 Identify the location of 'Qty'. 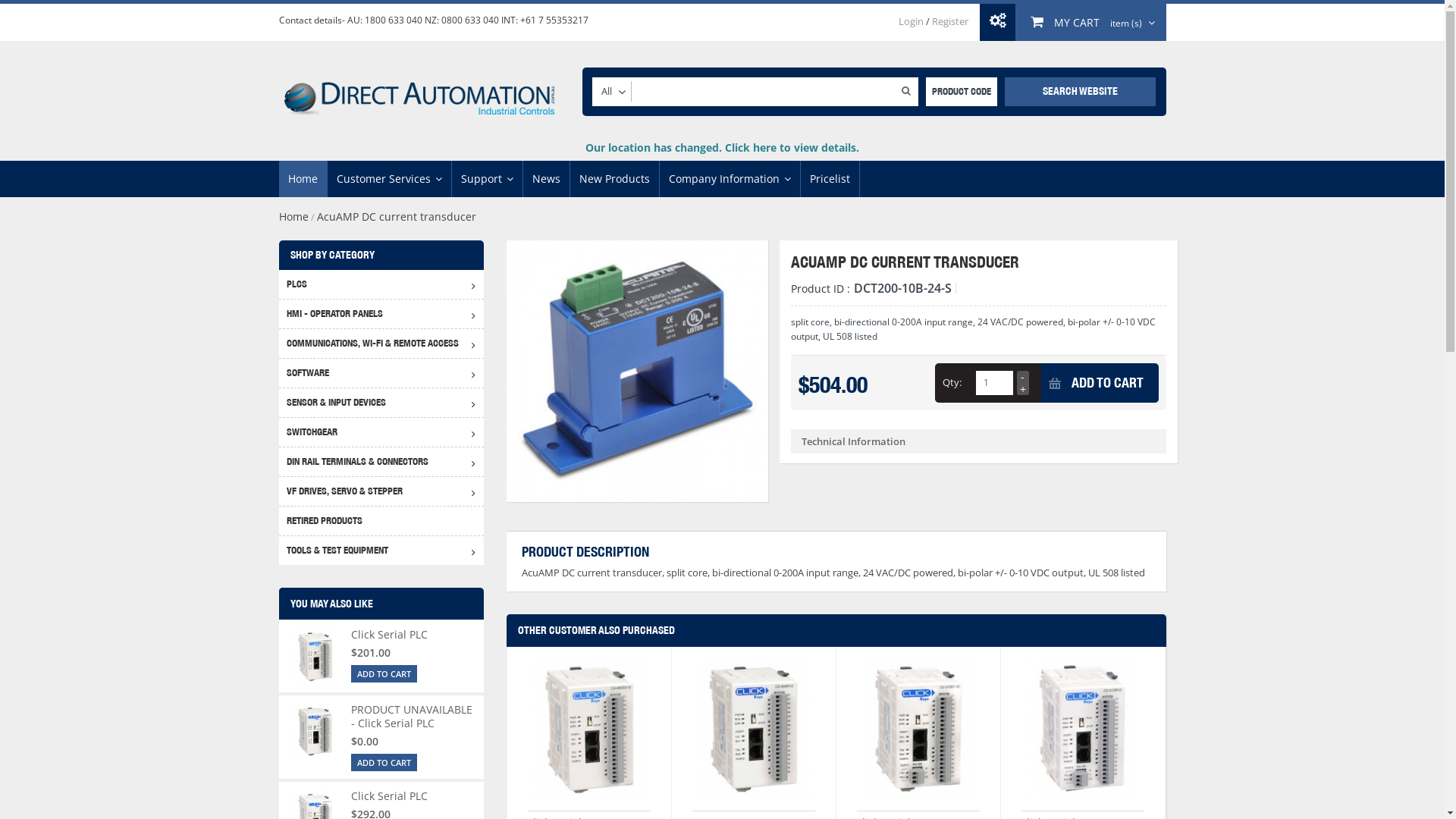
(993, 382).